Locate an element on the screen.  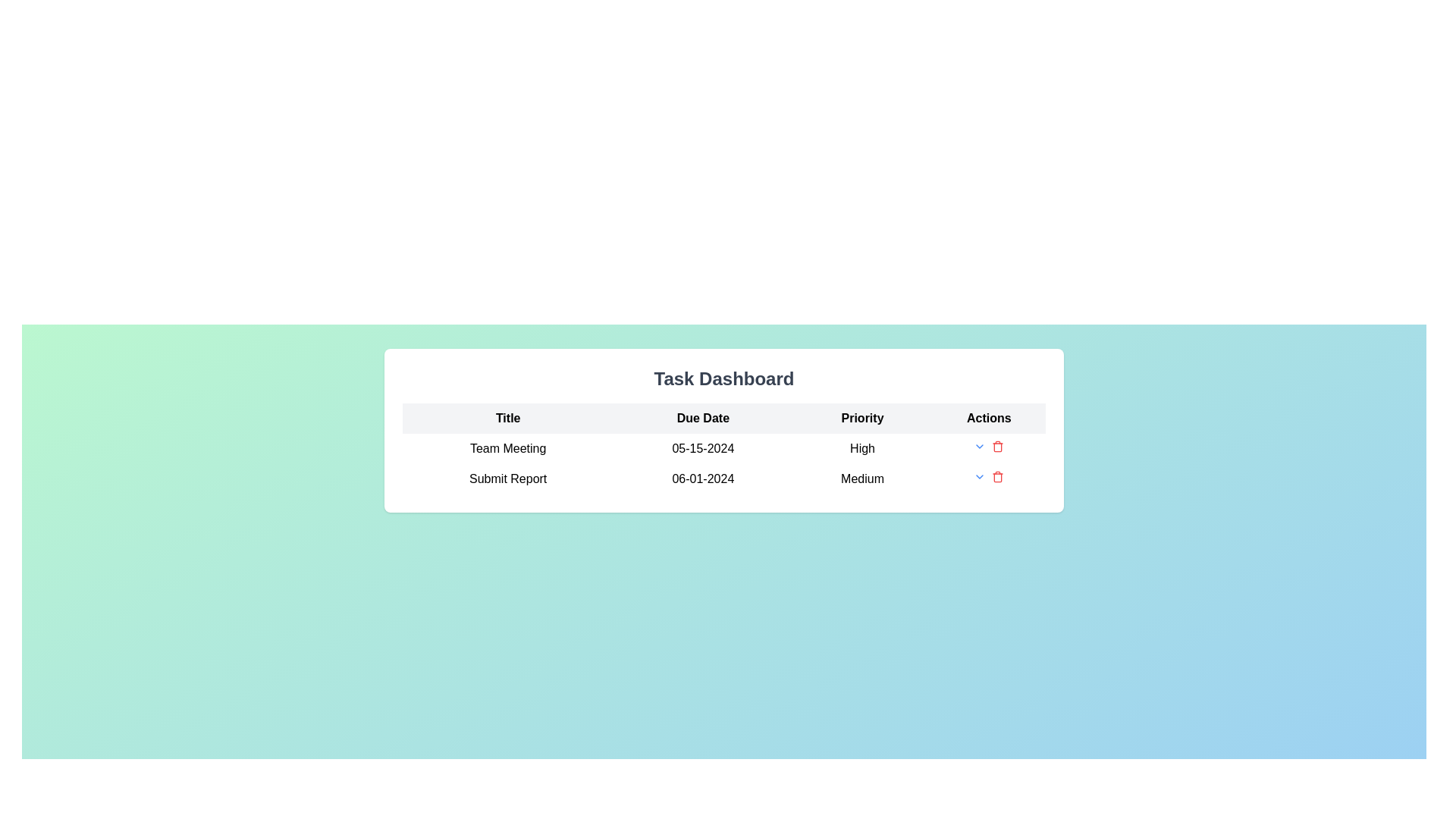
the 'Due Date' text element displaying the deadline for the 'Submit Report' task in the task dashboard table is located at coordinates (702, 479).